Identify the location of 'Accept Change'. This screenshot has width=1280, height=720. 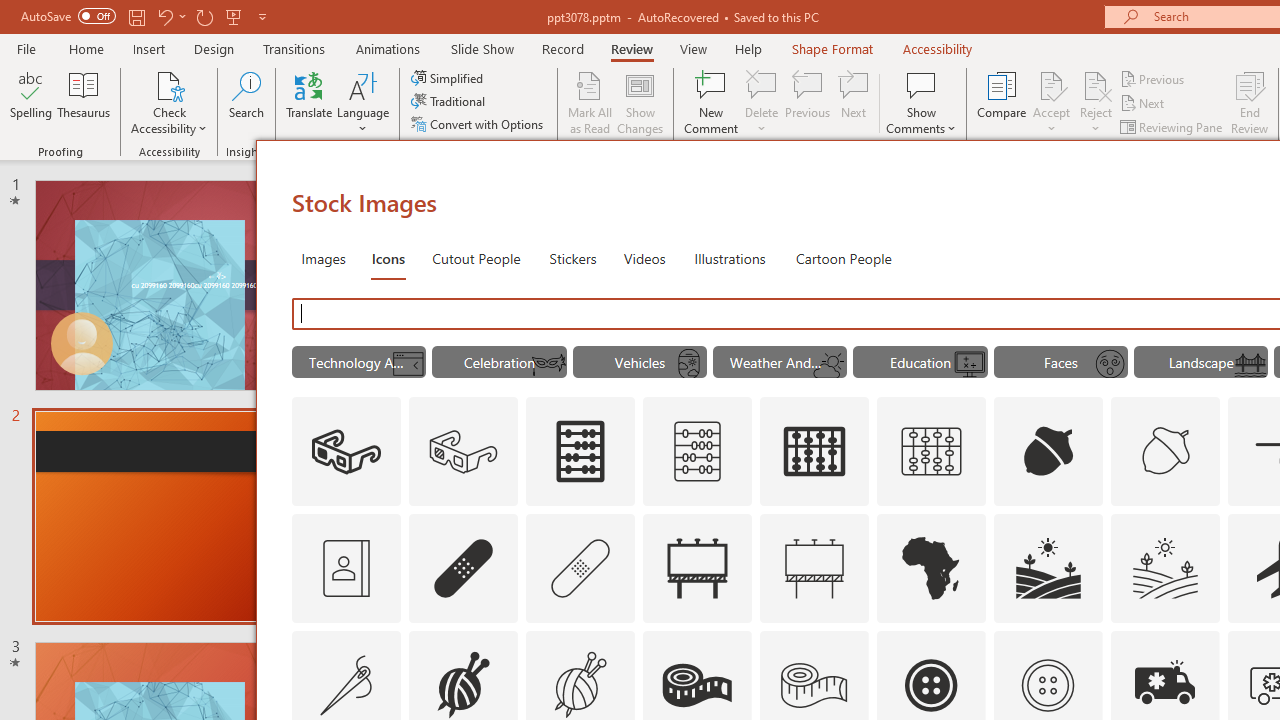
(1050, 84).